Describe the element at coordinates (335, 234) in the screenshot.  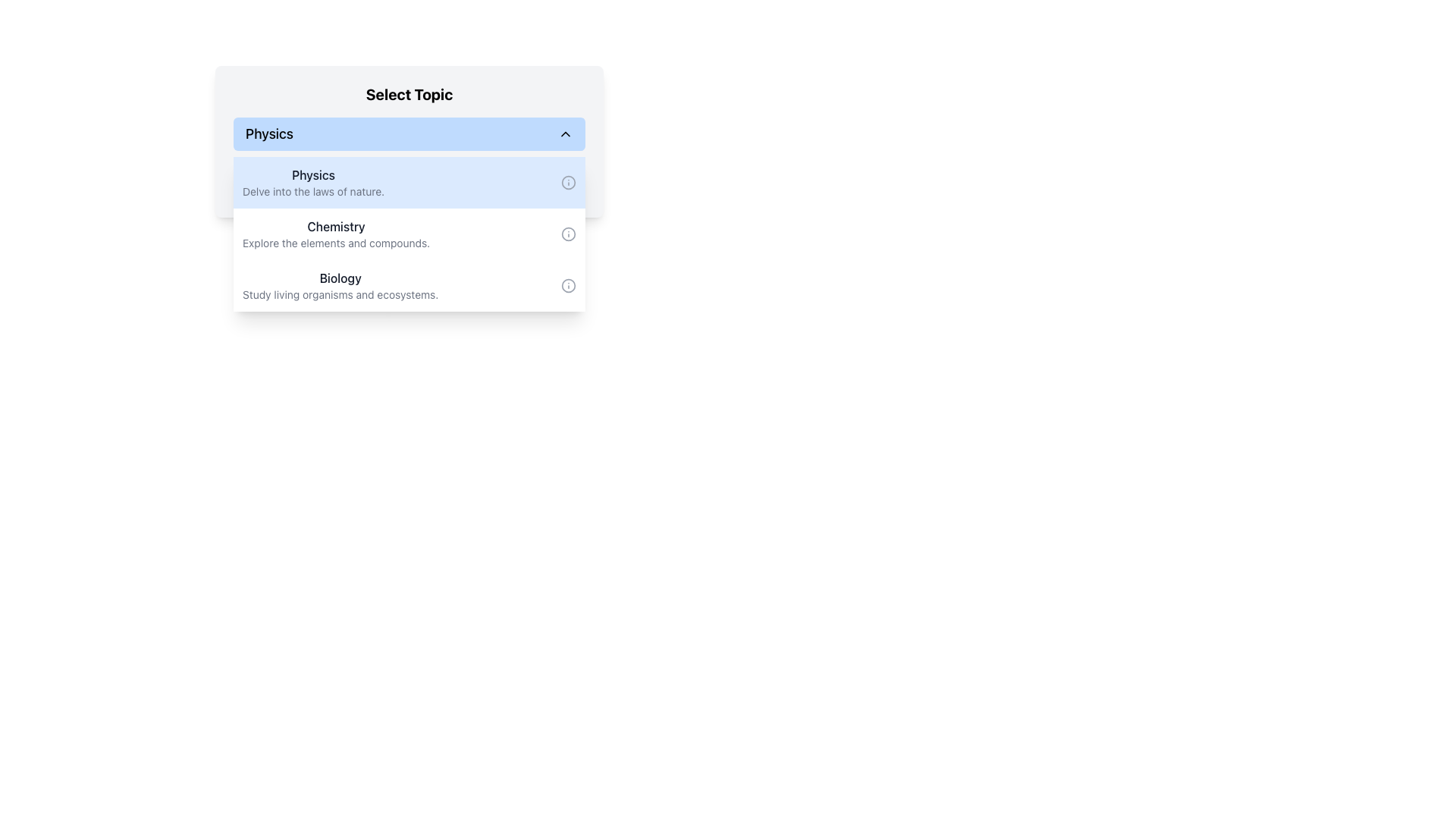
I see `the 'Chemistry' topic list item positioned between 'Physics' and 'Biology' under the 'Select Topic' header` at that location.